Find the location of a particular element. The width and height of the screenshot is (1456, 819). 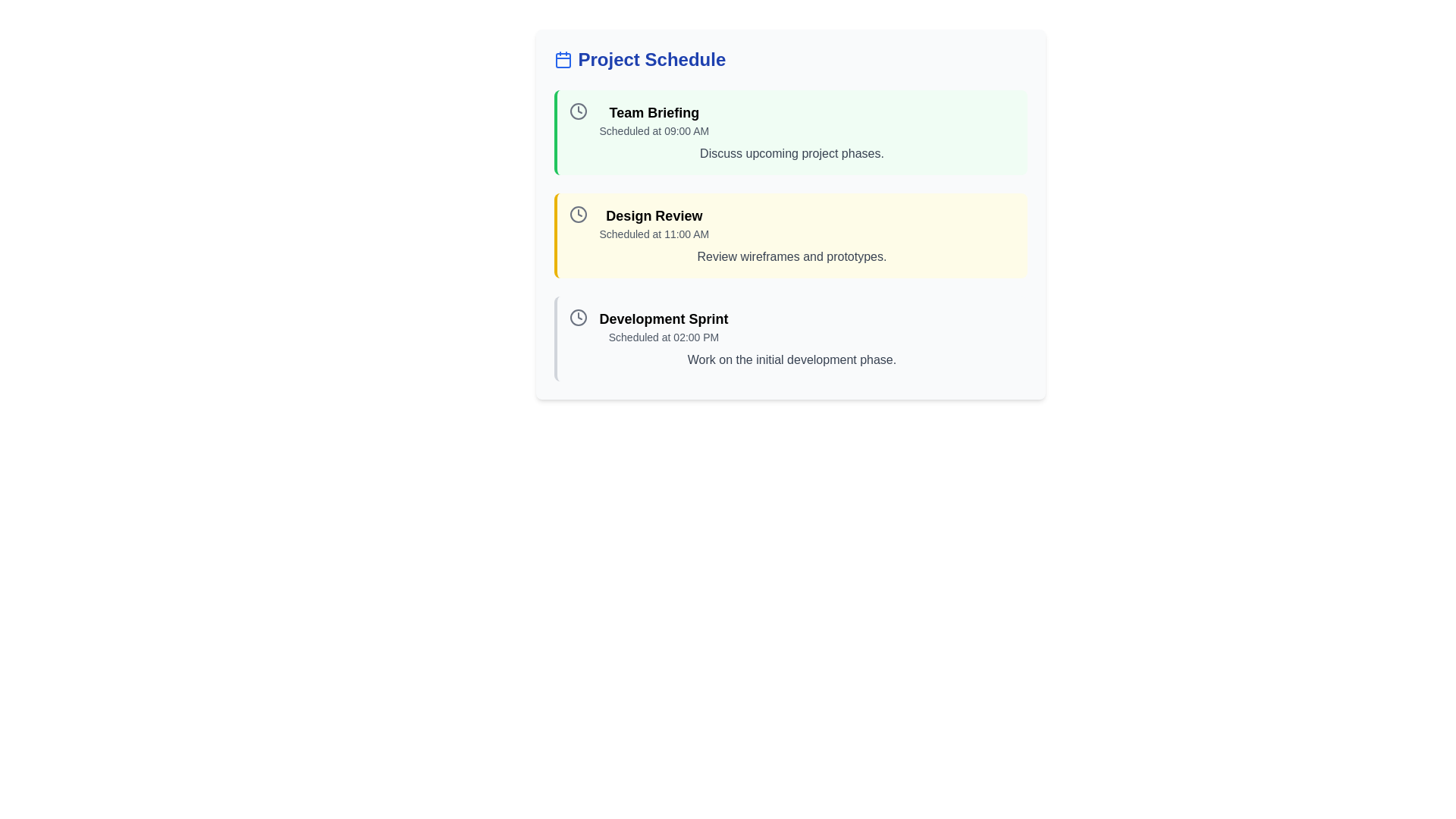

text displayed in the 'Design Review' section, which consists of 'Design Review' and 'Scheduled at 11:00 AM.' is located at coordinates (654, 223).